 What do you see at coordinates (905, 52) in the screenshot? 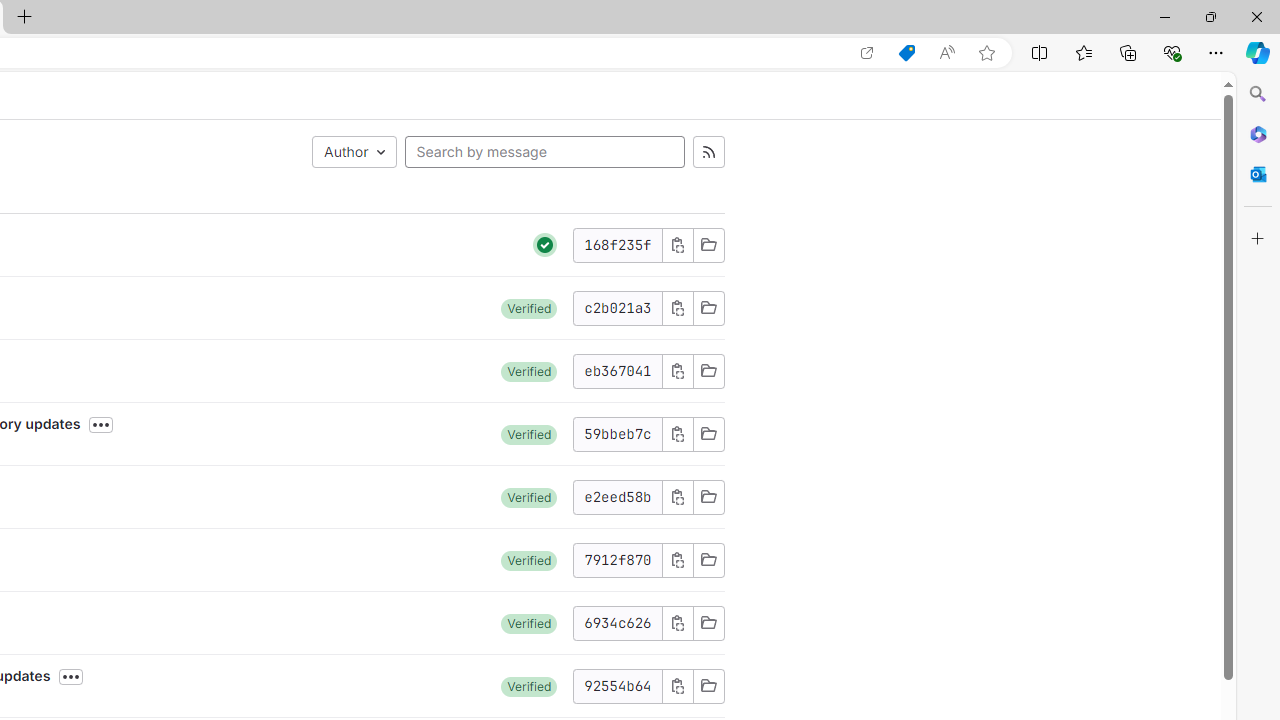
I see `'Shopping in Microsoft Edge'` at bounding box center [905, 52].